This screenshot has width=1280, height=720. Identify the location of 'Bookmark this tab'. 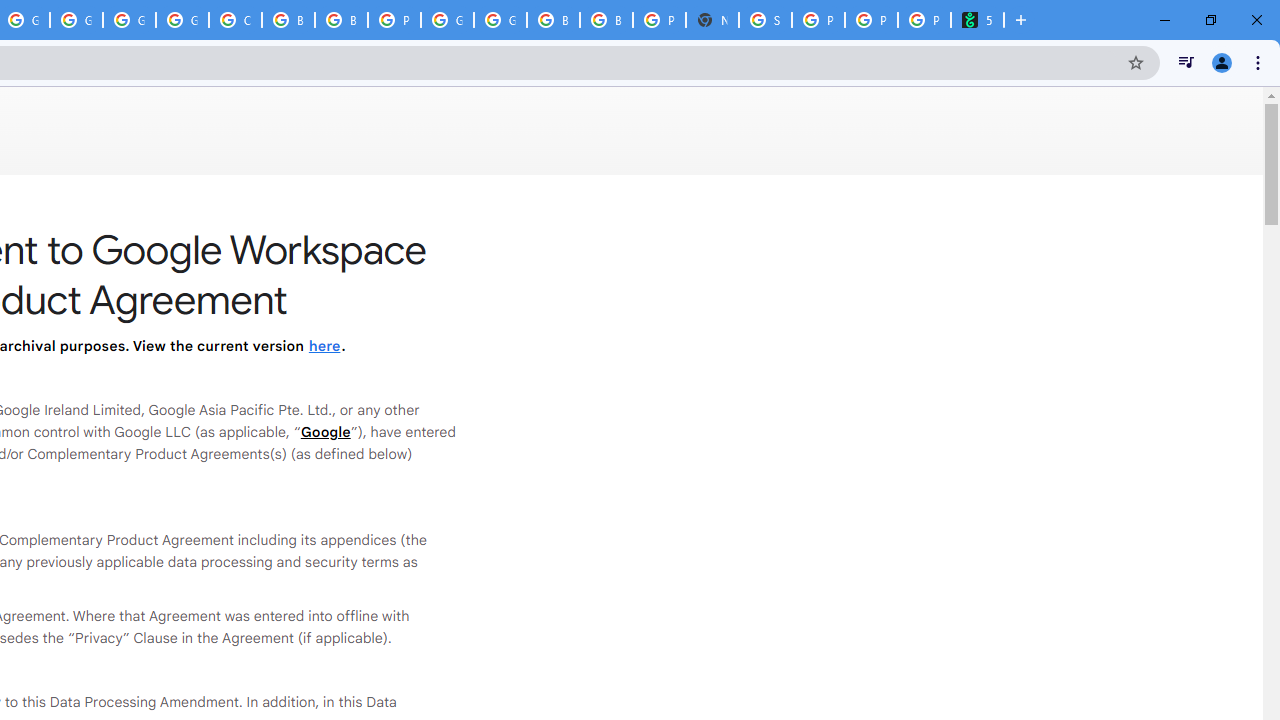
(1136, 61).